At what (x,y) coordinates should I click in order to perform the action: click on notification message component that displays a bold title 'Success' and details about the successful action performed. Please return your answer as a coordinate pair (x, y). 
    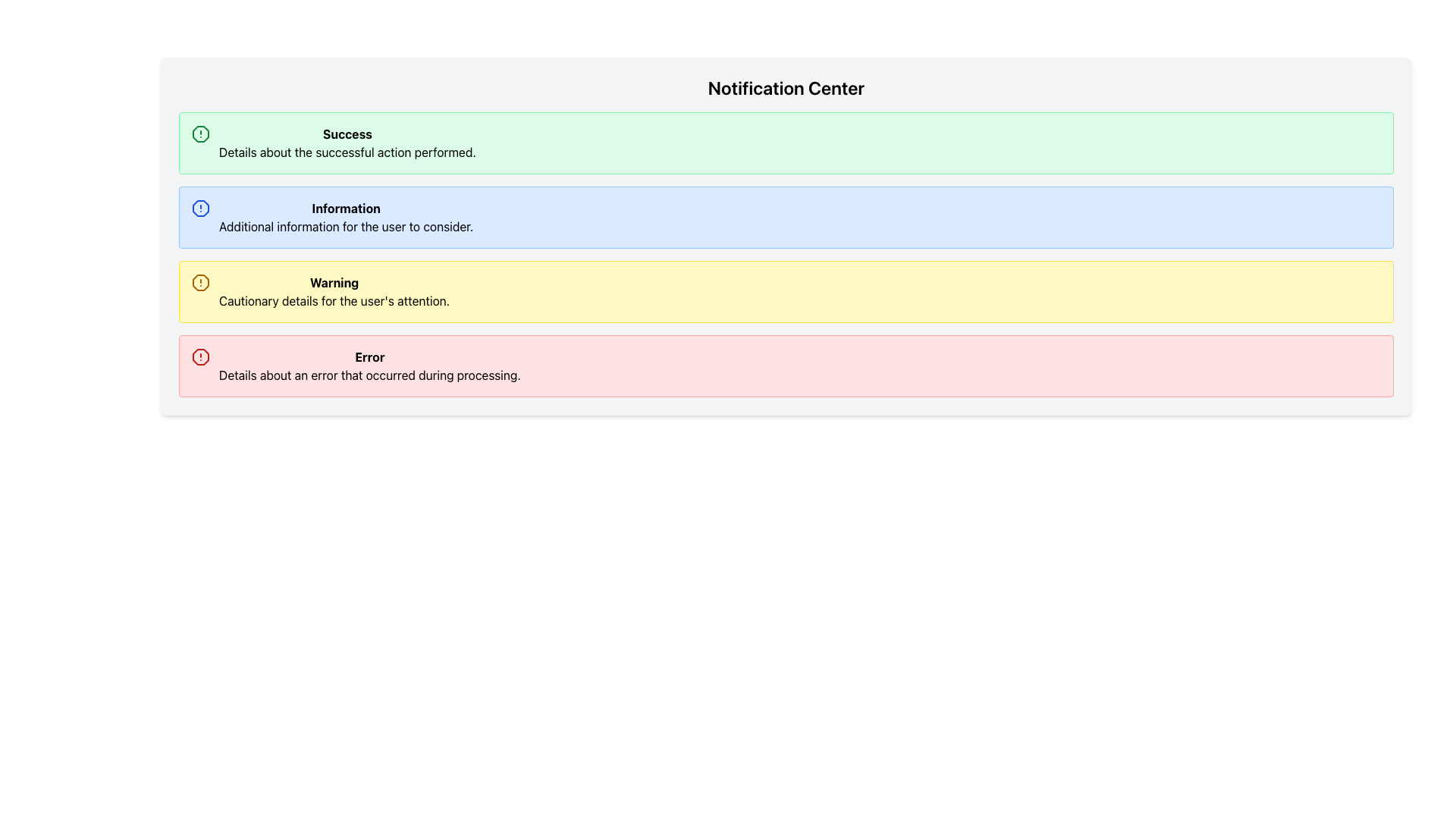
    Looking at the image, I should click on (347, 143).